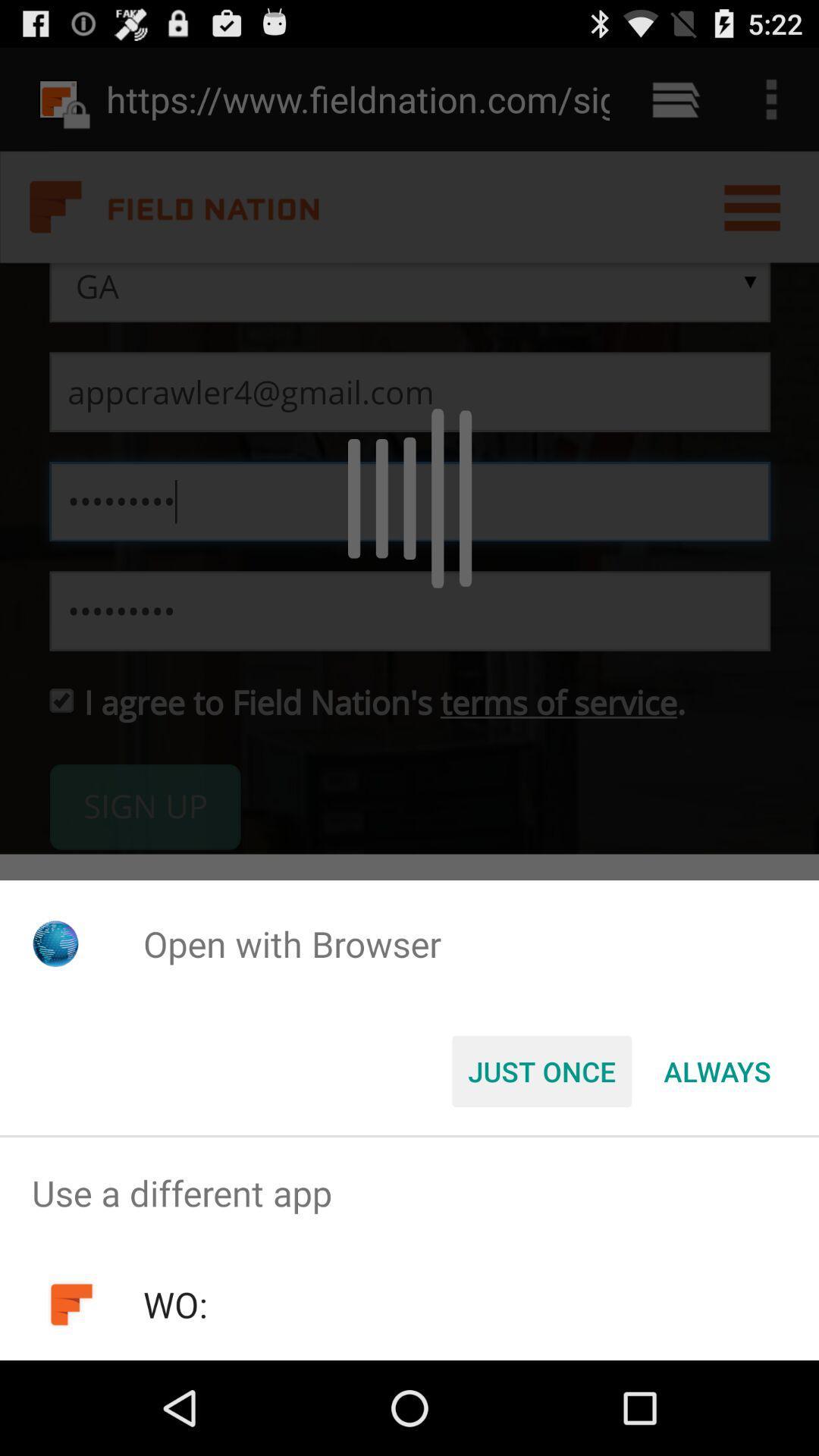  What do you see at coordinates (541, 1070) in the screenshot?
I see `the item next to always` at bounding box center [541, 1070].